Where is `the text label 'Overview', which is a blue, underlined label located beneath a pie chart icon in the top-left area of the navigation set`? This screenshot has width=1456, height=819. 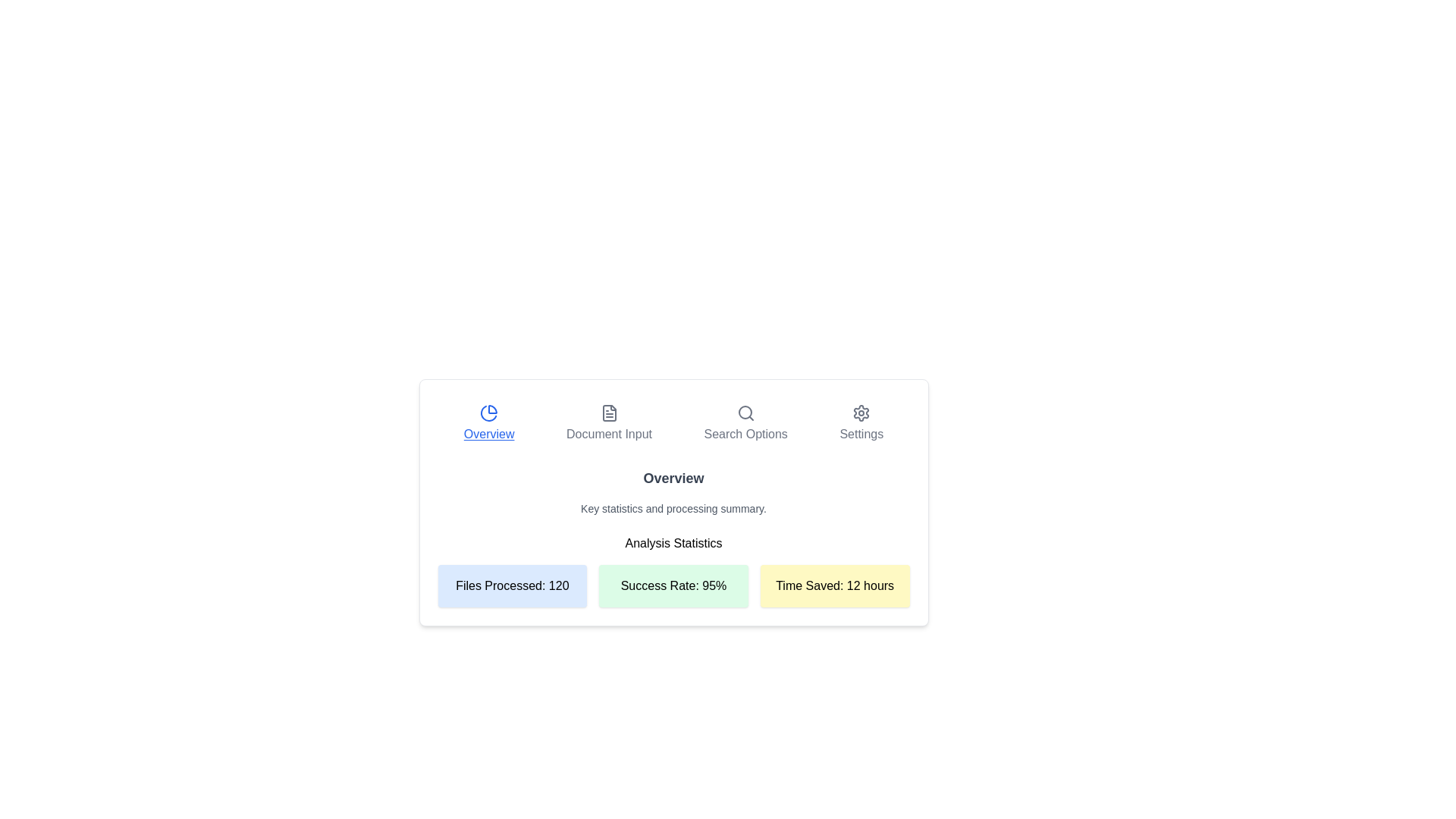
the text label 'Overview', which is a blue, underlined label located beneath a pie chart icon in the top-left area of the navigation set is located at coordinates (489, 435).